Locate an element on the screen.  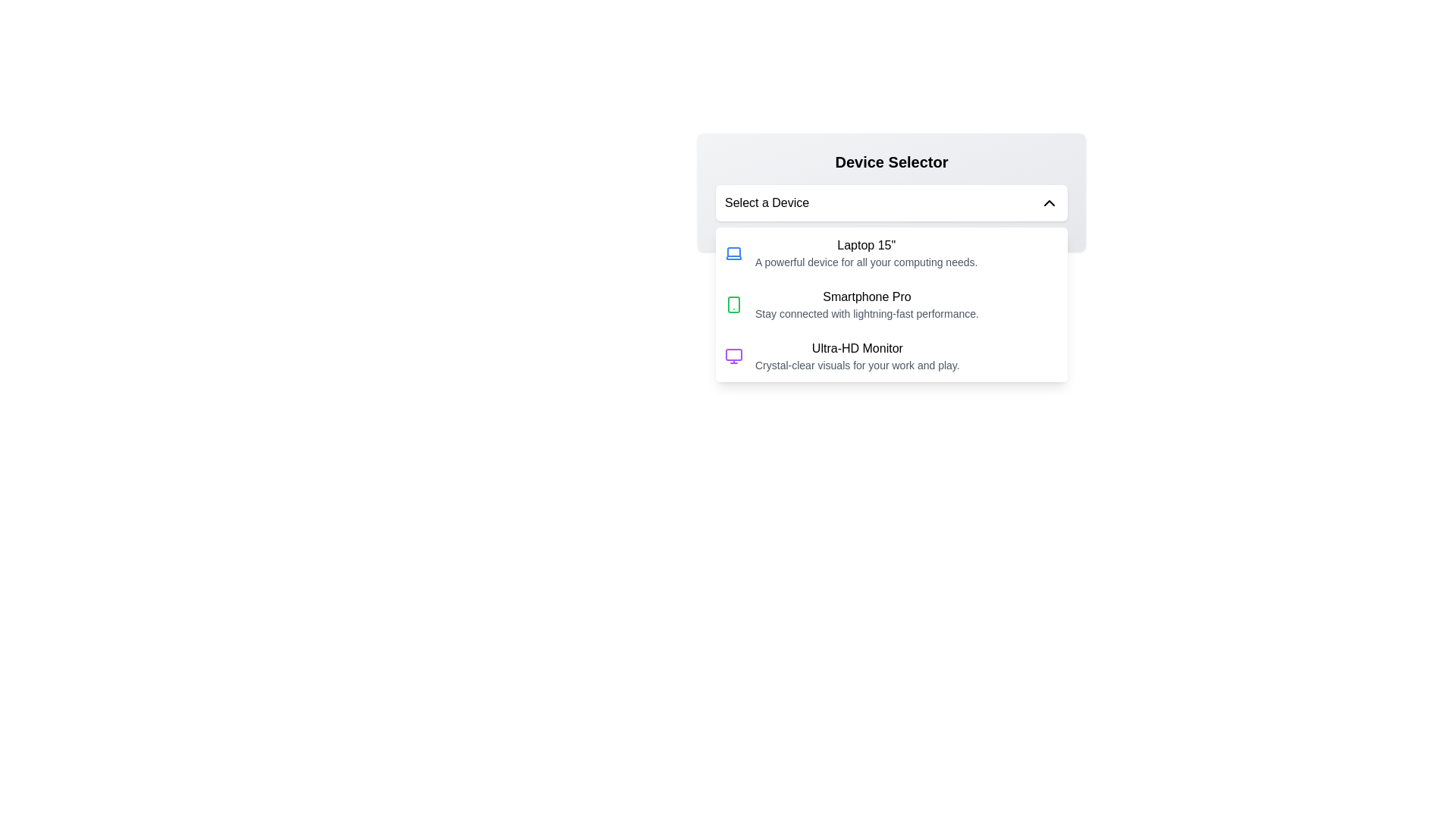
visual indicator SVG element representing the smartphone icon located adjacent to the text 'Smartphone Pro' in the dropdown menu is located at coordinates (734, 304).